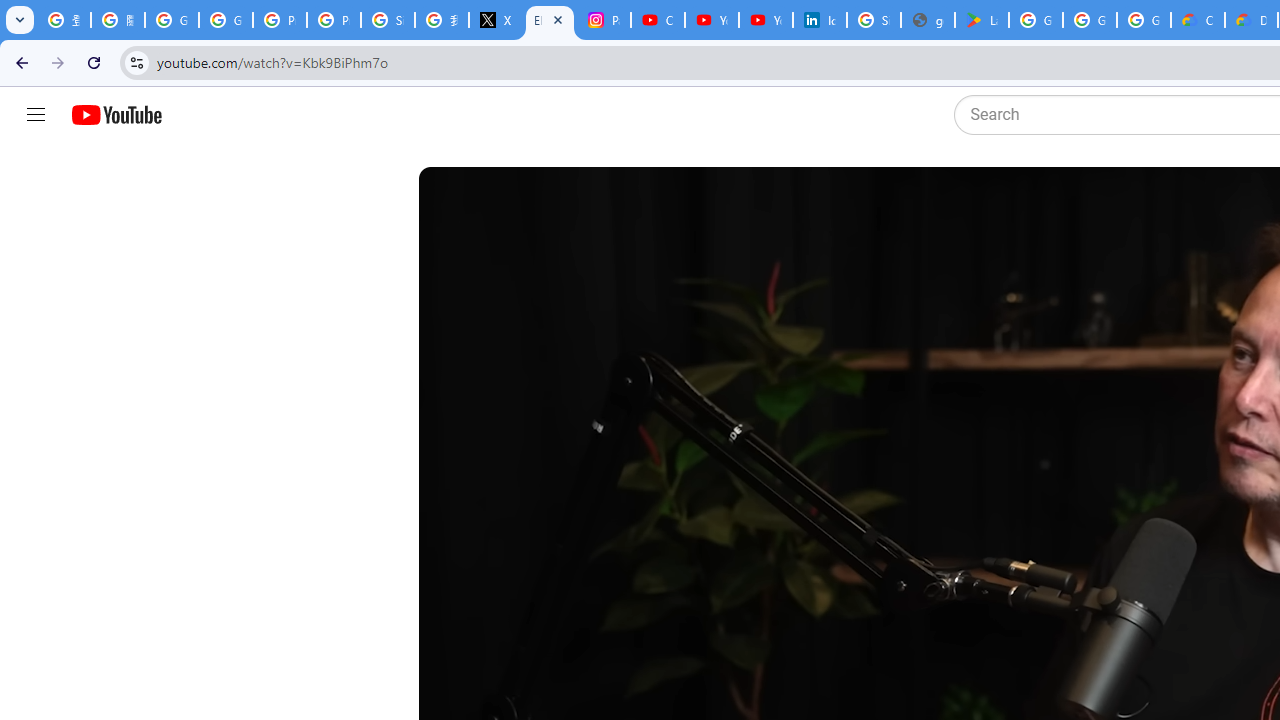 The image size is (1280, 720). What do you see at coordinates (765, 20) in the screenshot?
I see `'YouTube Culture & Trends - YouTube Top 10, 2021'` at bounding box center [765, 20].